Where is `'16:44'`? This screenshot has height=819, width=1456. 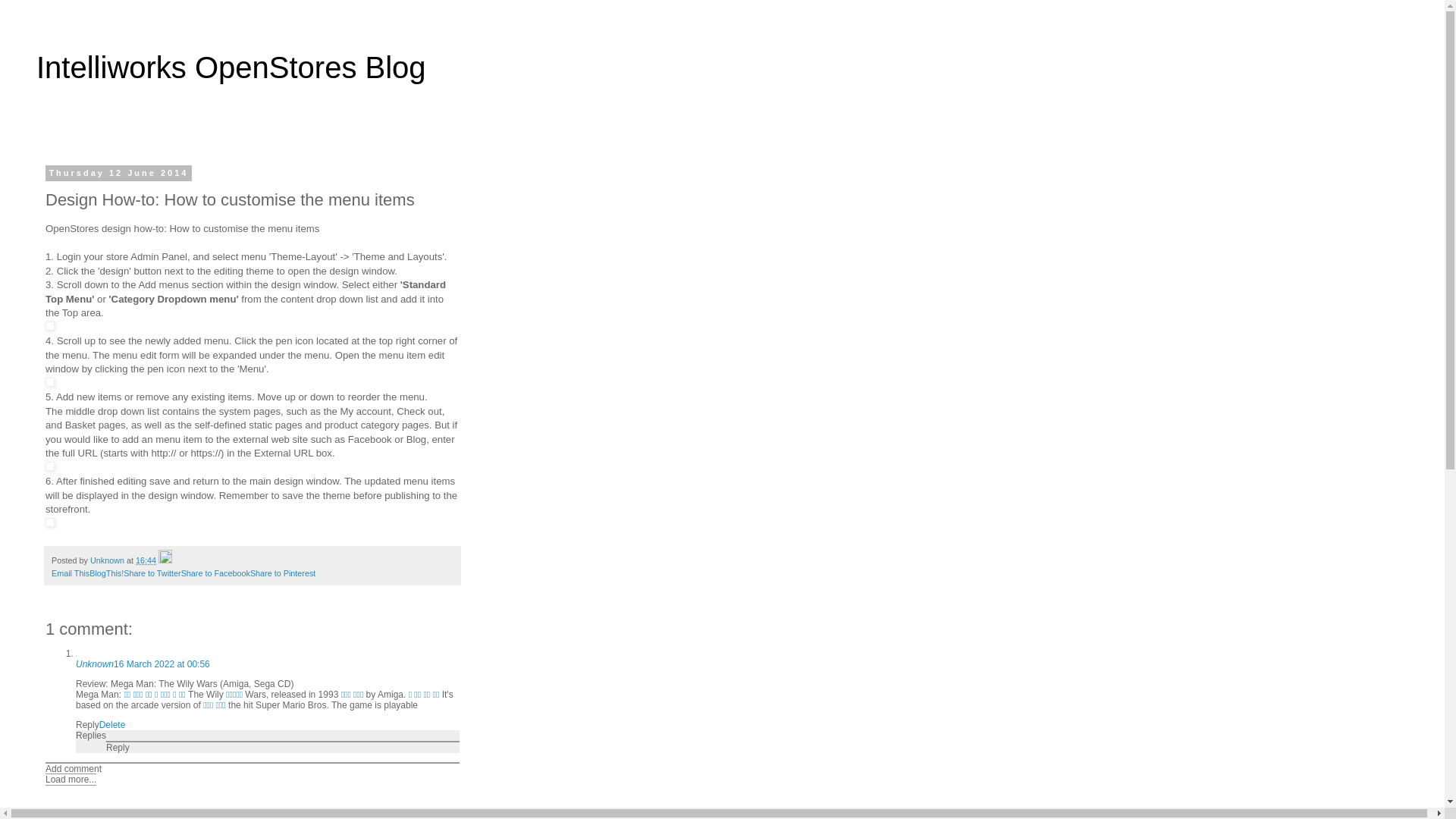
'16:44' is located at coordinates (146, 560).